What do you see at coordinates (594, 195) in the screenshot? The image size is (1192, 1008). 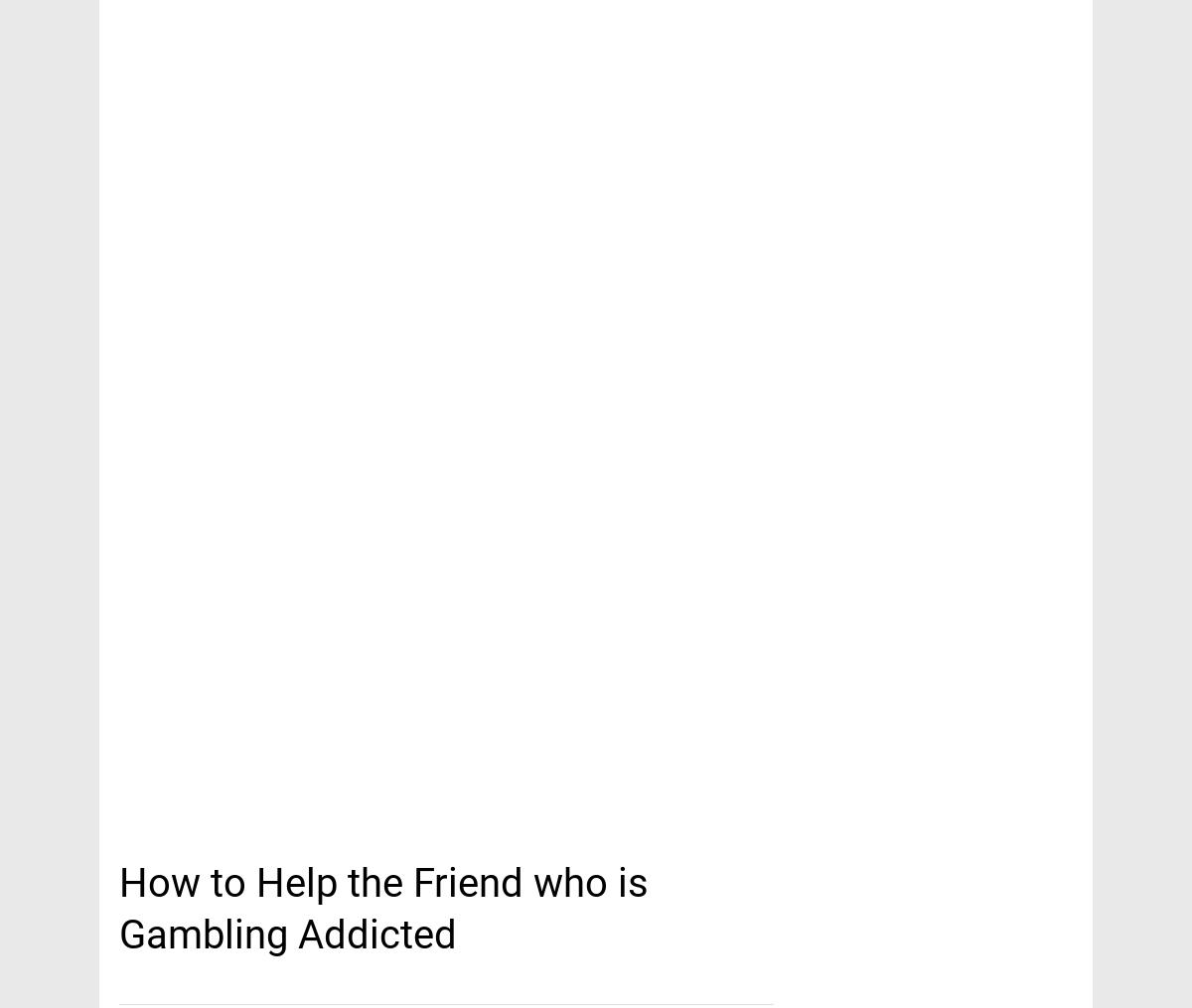 I see `'"Thank you sir you did a good job for students through Svtuition. I have learn many things"'` at bounding box center [594, 195].